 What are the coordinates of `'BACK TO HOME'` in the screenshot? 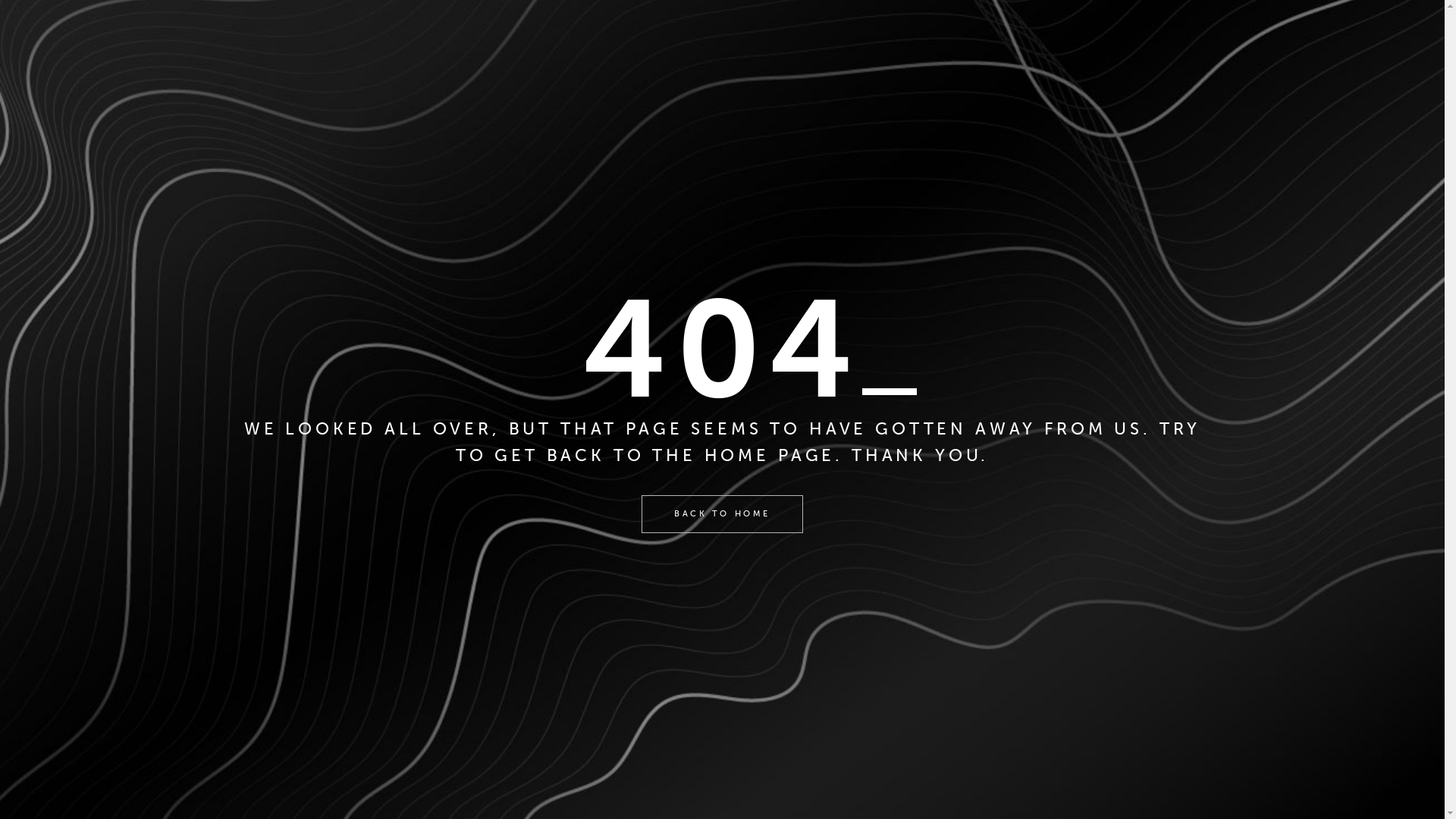 It's located at (720, 513).